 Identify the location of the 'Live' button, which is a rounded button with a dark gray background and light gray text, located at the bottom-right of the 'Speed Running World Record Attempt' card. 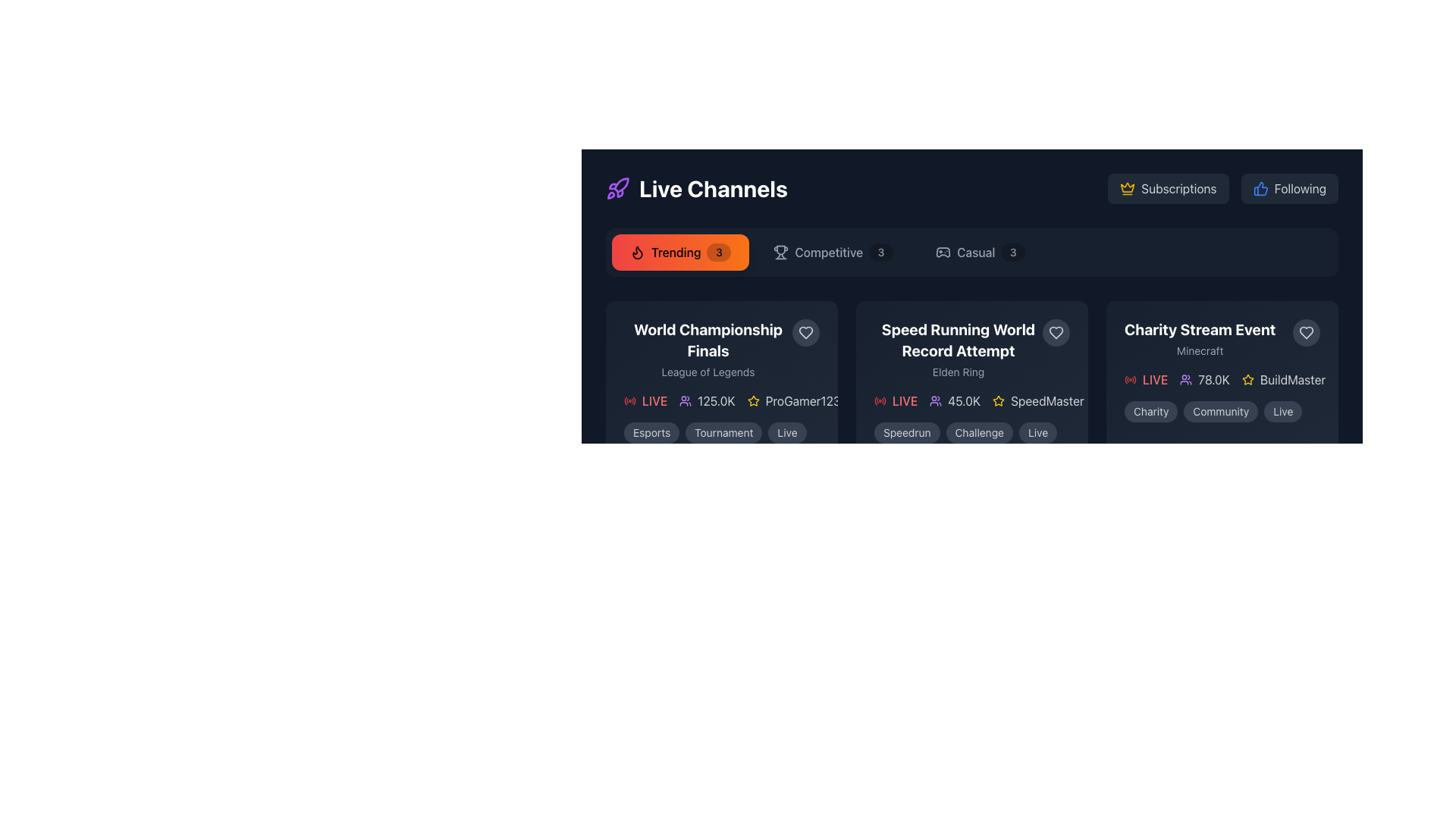
(1037, 432).